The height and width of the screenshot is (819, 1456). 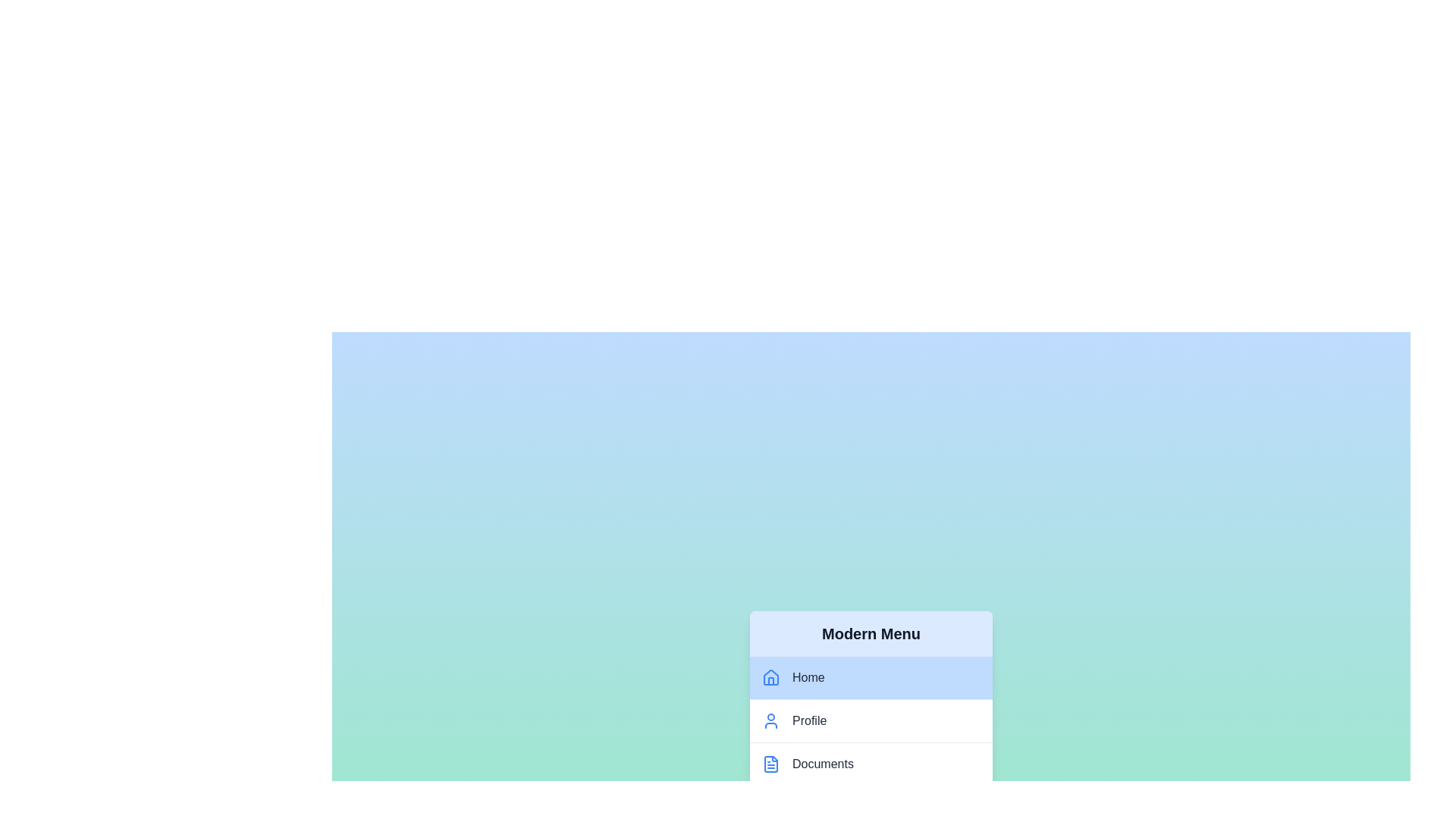 I want to click on the menu item labeled Profile to navigate to the corresponding view, so click(x=871, y=720).